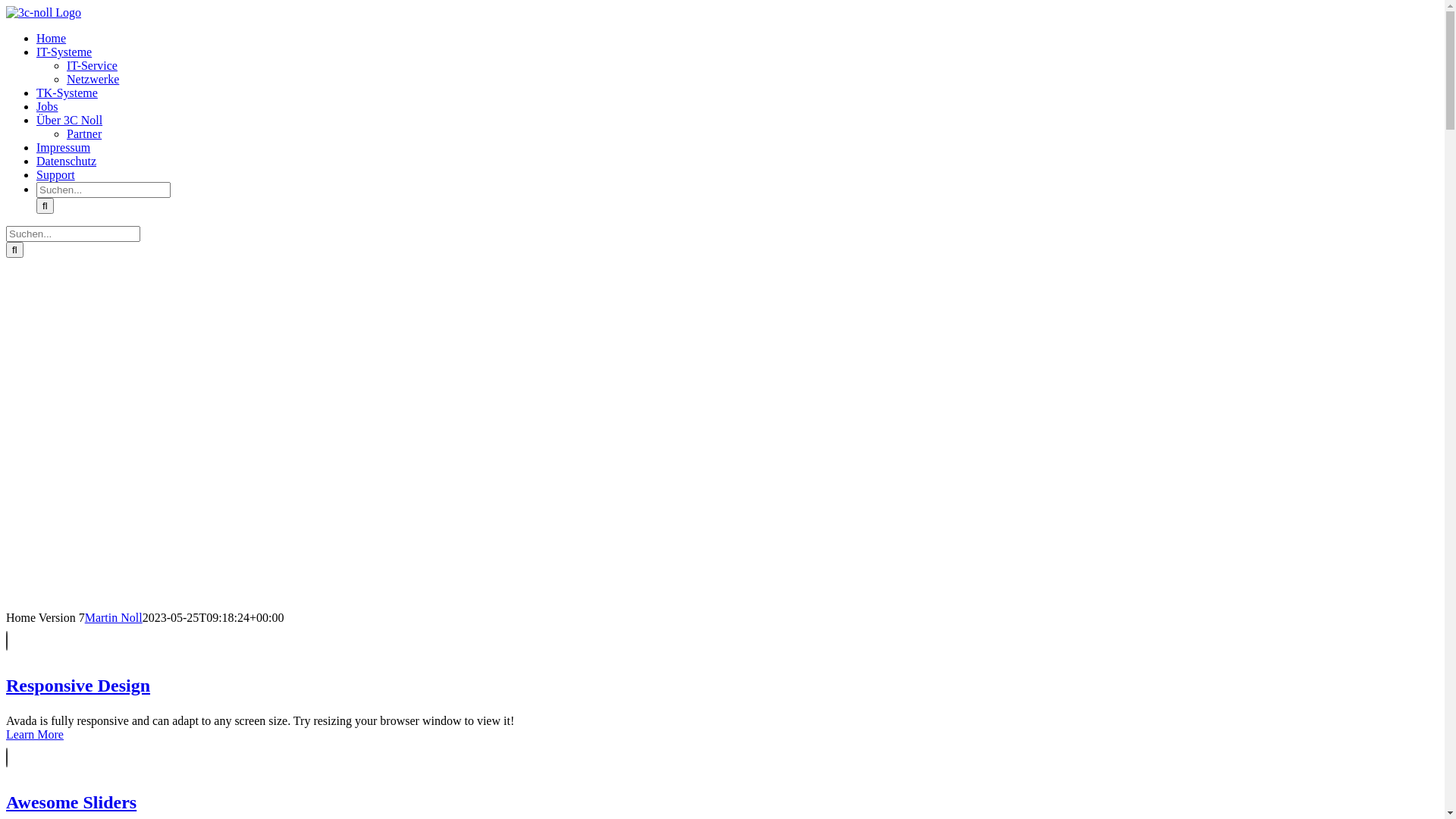  I want to click on 'Partner', so click(83, 133).